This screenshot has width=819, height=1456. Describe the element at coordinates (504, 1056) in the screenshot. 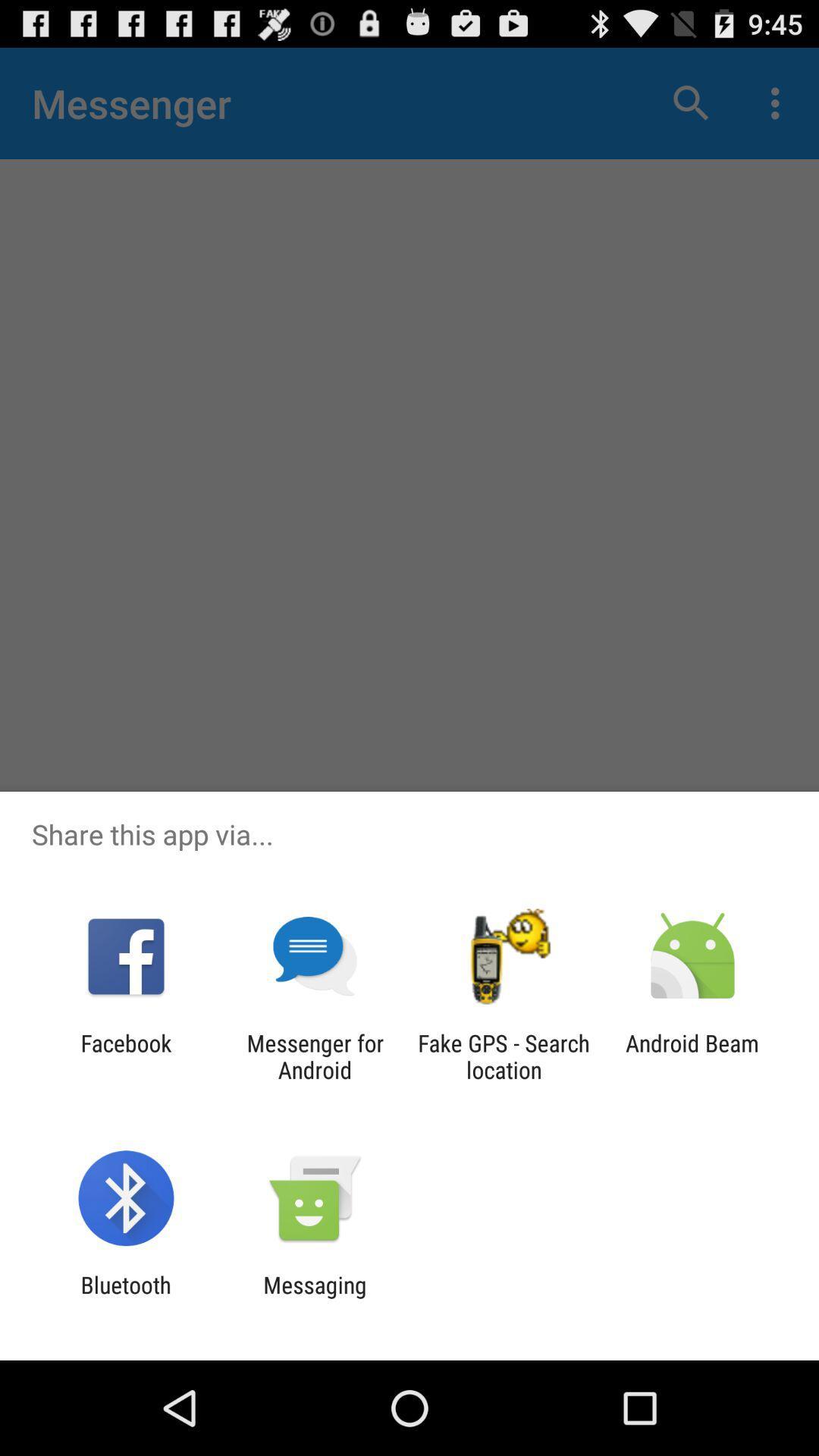

I see `the fake gps search app` at that location.